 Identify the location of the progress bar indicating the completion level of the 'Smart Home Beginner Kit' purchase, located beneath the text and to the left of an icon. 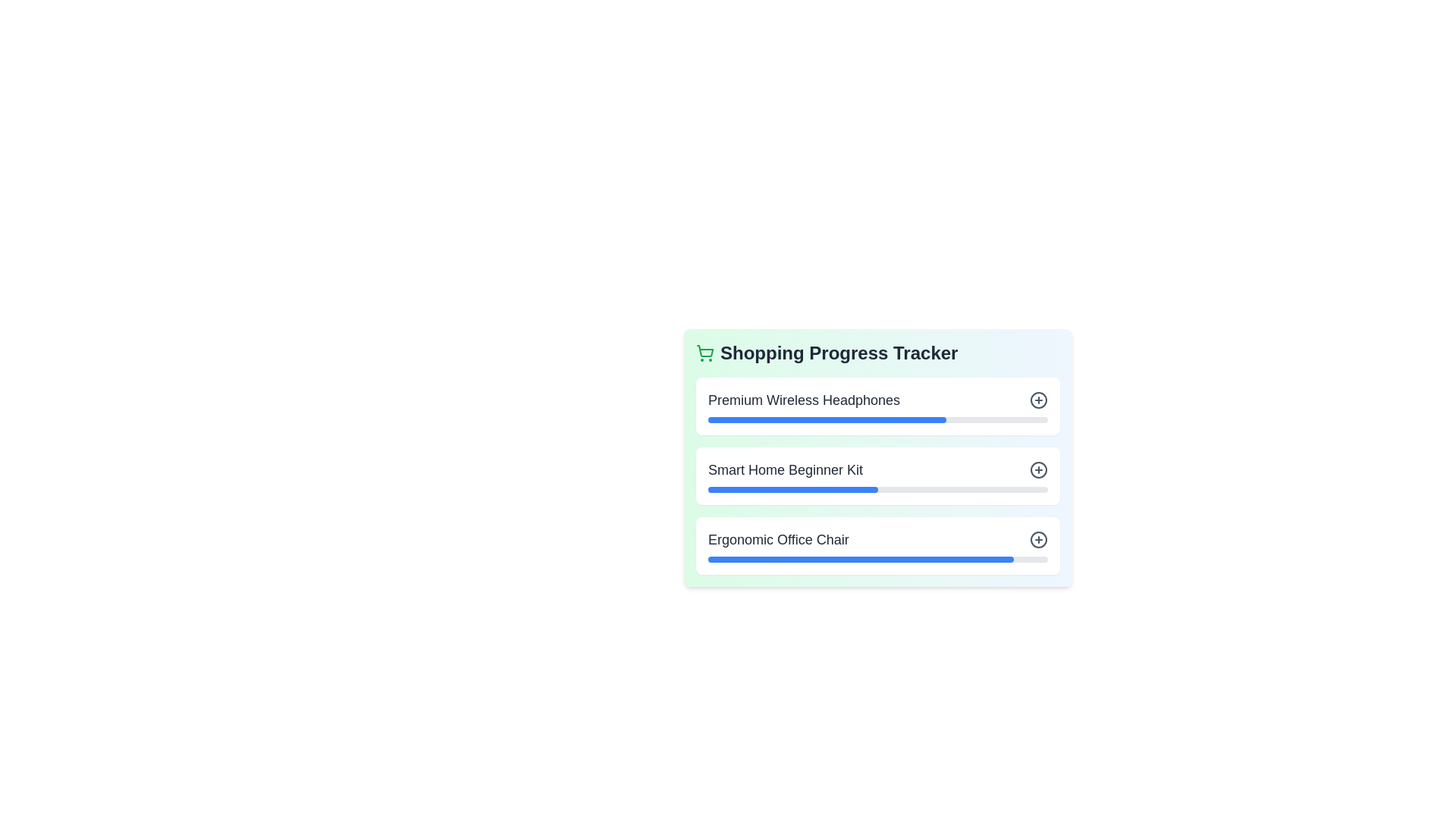
(877, 489).